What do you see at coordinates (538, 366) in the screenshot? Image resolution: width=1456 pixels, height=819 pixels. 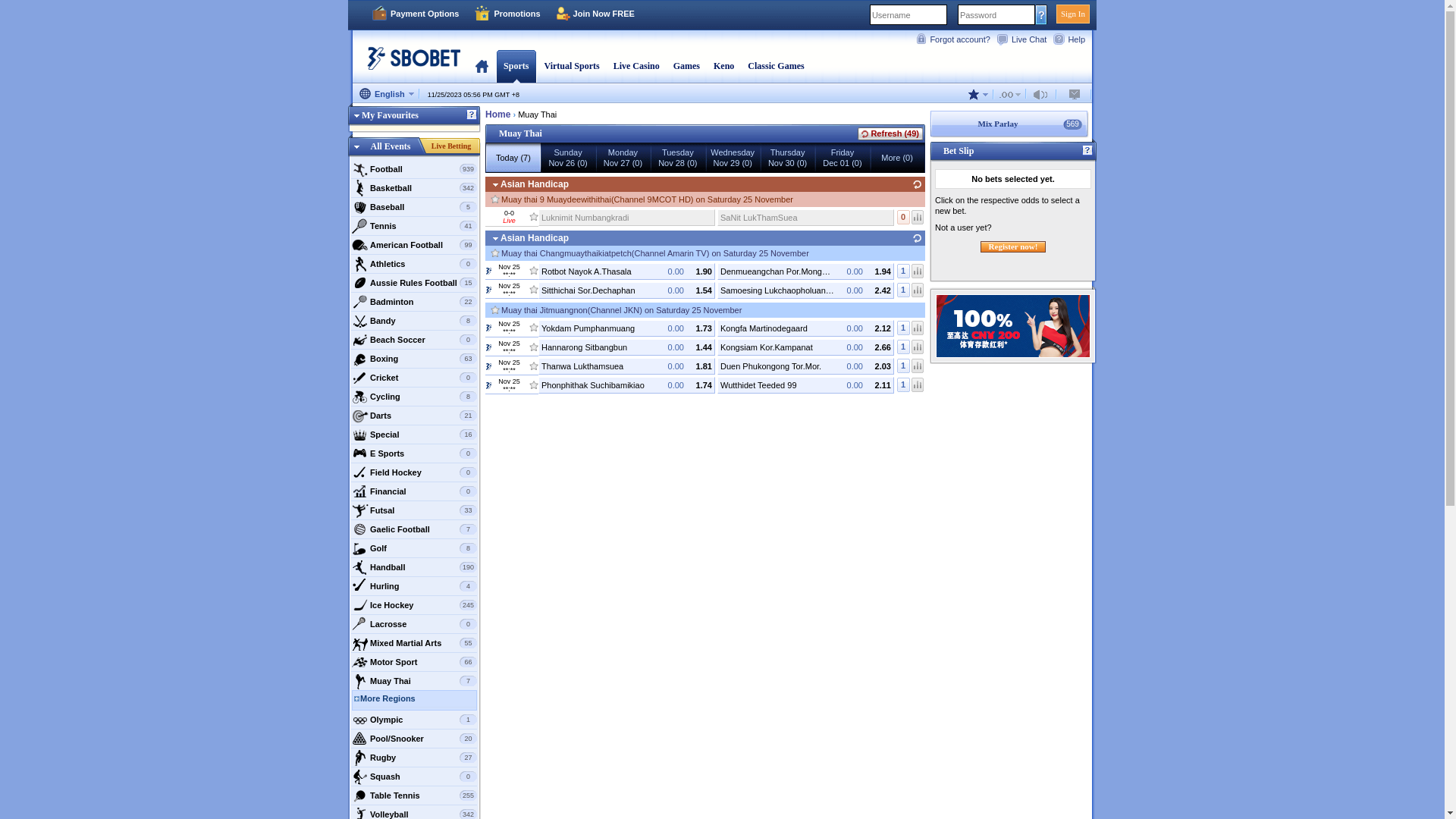 I see `'1.81` at bounding box center [538, 366].